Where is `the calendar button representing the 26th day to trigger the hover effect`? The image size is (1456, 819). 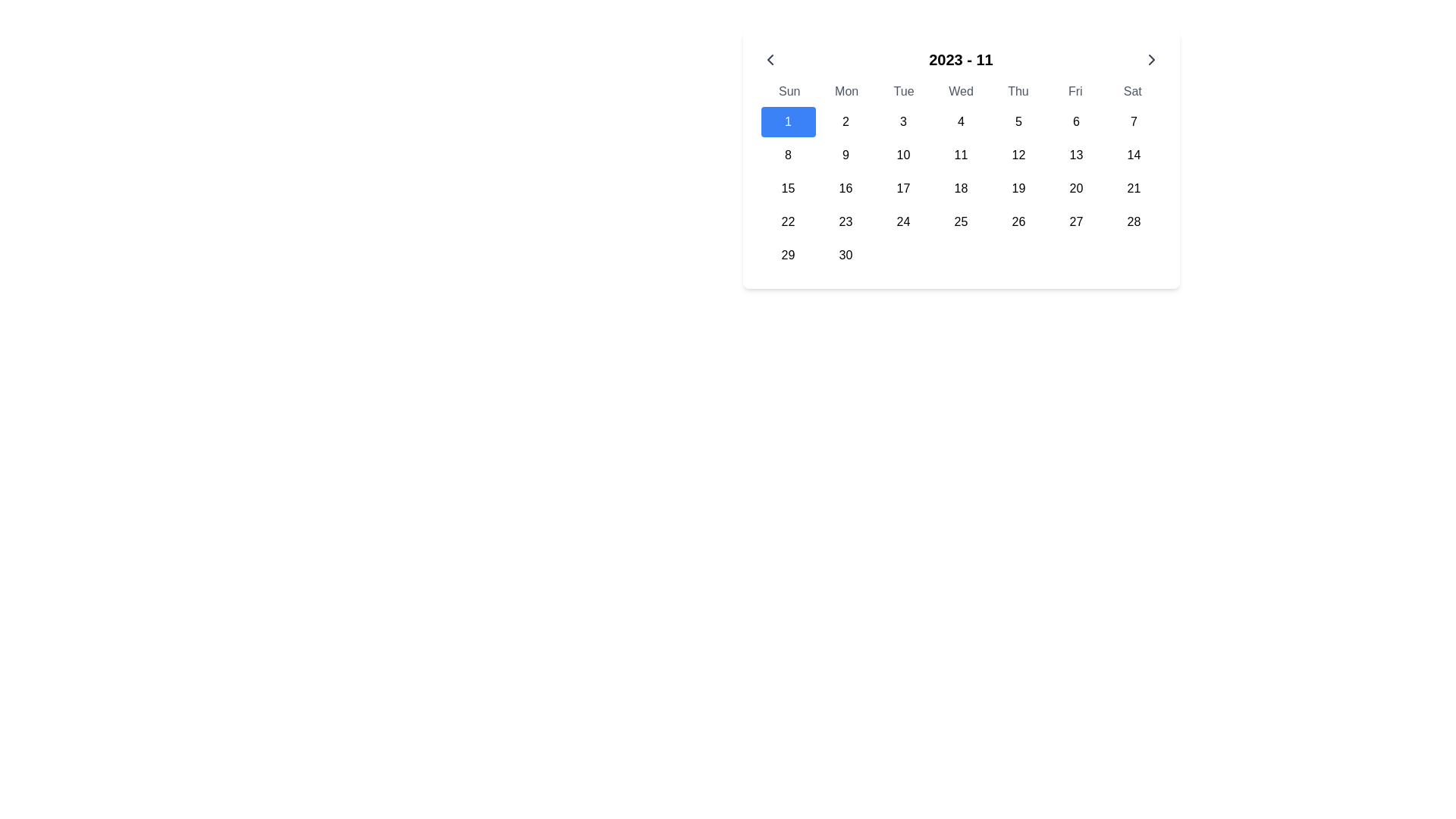
the calendar button representing the 26th day to trigger the hover effect is located at coordinates (1018, 222).